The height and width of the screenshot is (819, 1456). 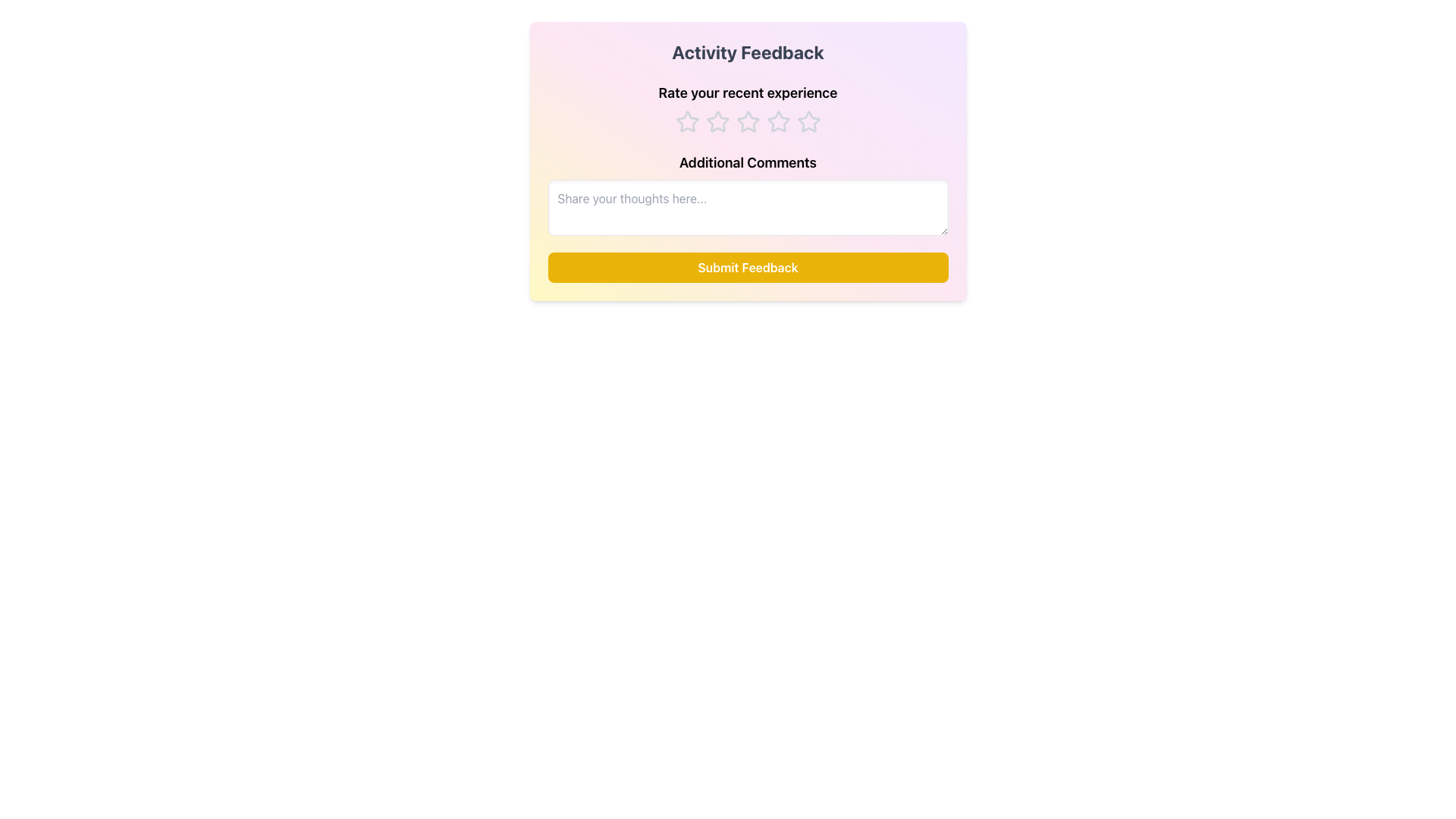 I want to click on the third star in the rating input section of the feedback form, so click(x=778, y=121).